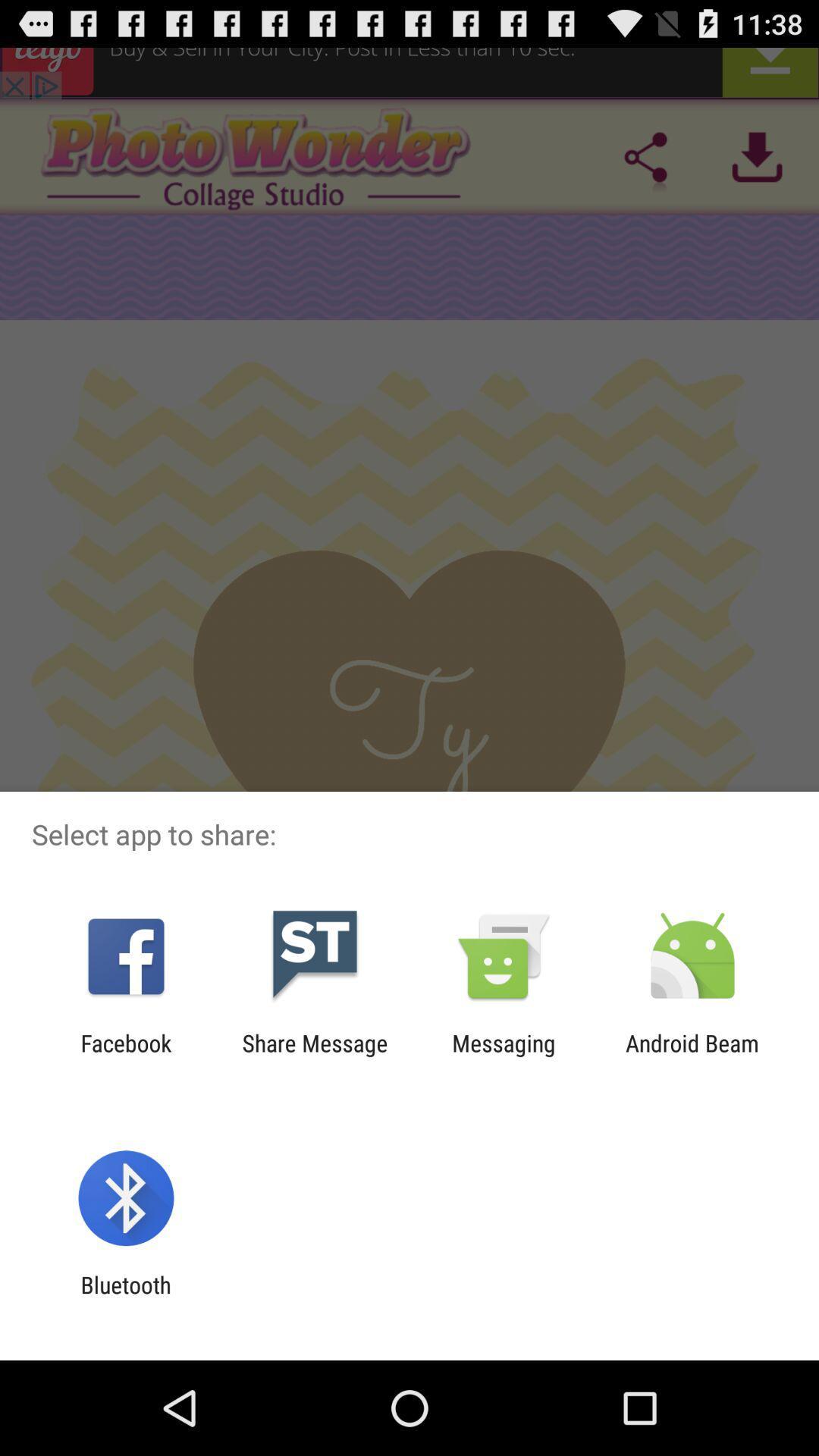 Image resolution: width=819 pixels, height=1456 pixels. I want to click on the icon to the left of android beam app, so click(504, 1056).